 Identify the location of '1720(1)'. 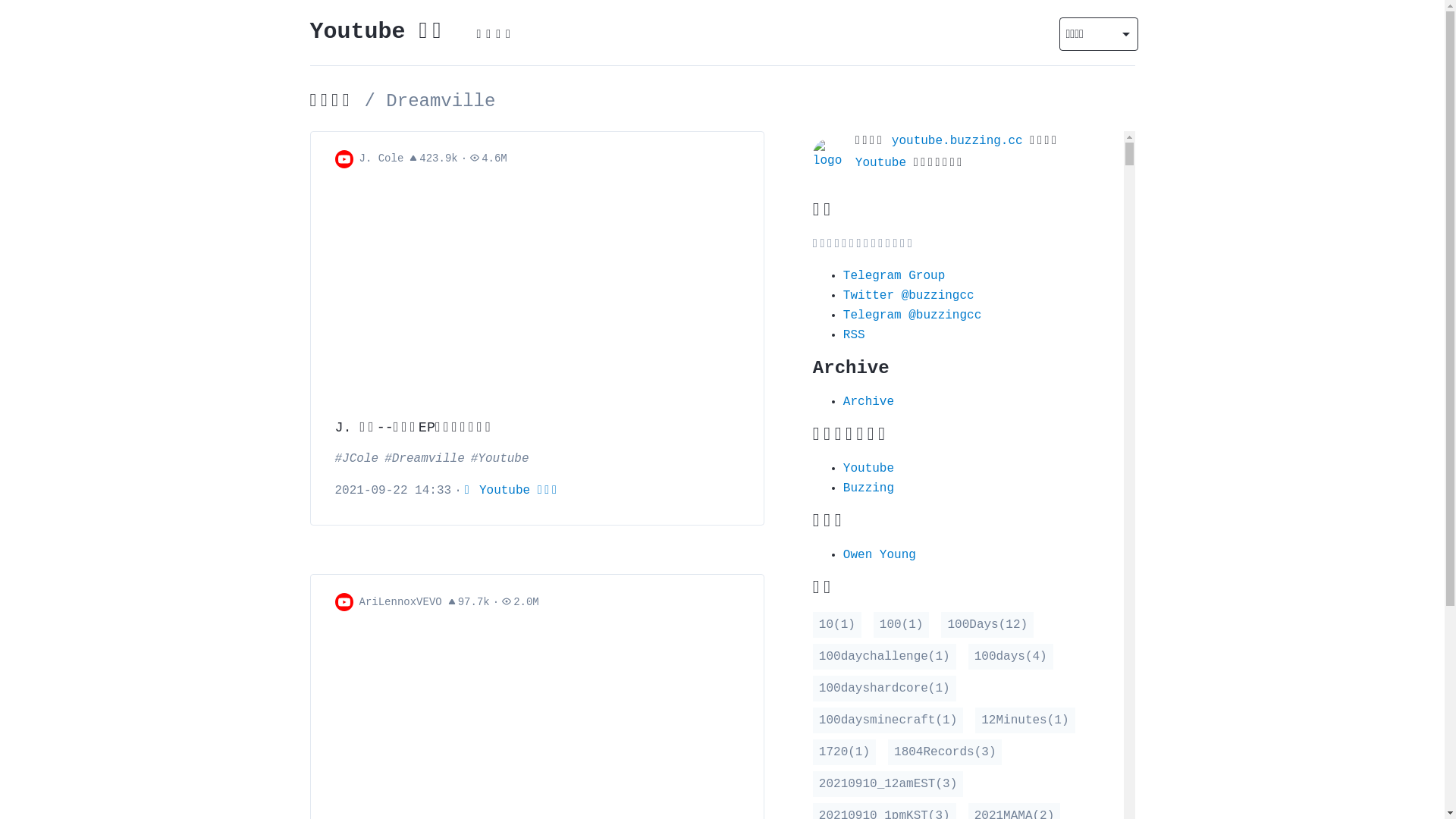
(843, 752).